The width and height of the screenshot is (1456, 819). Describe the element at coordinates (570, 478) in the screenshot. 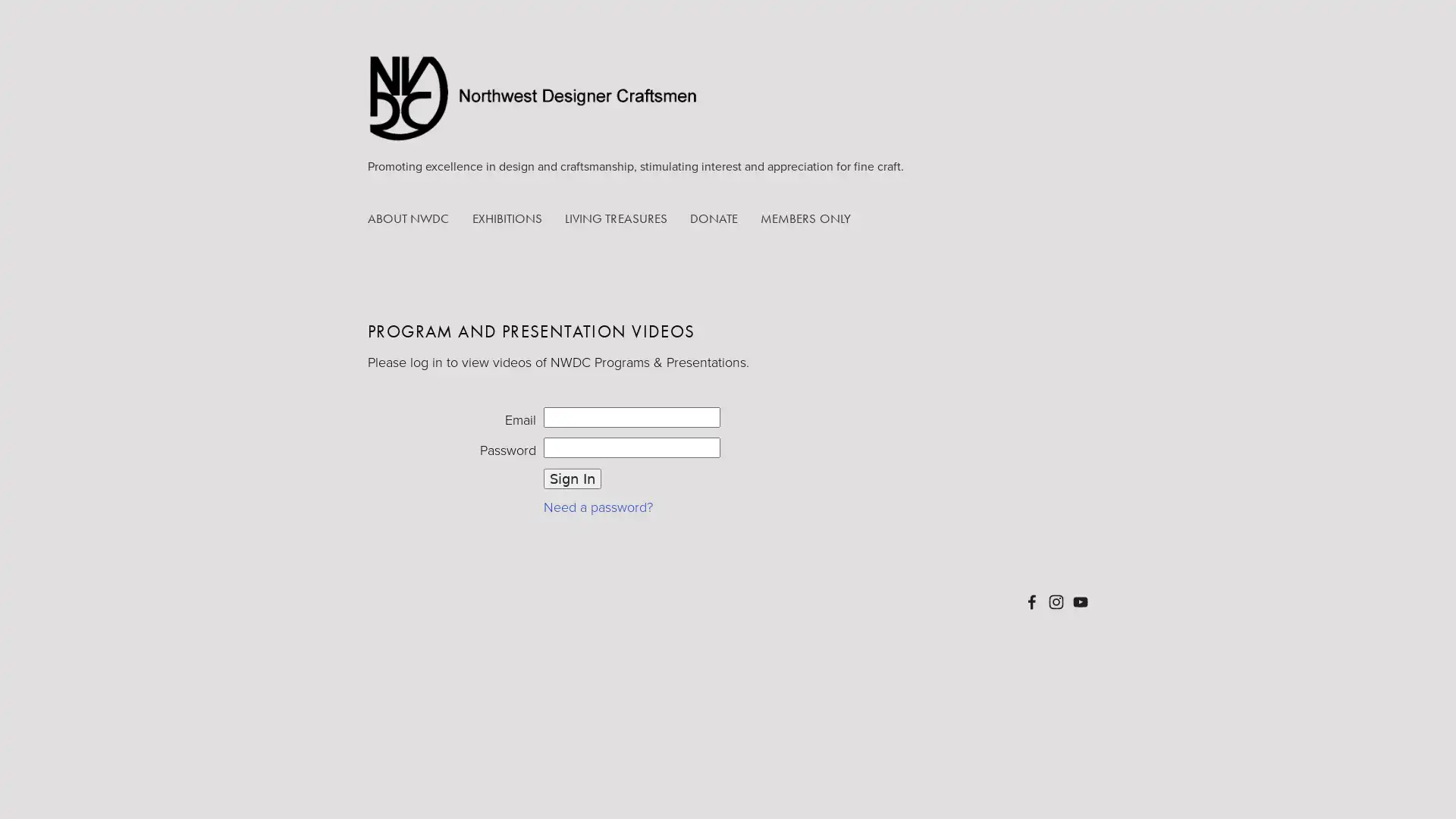

I see `Sign In` at that location.